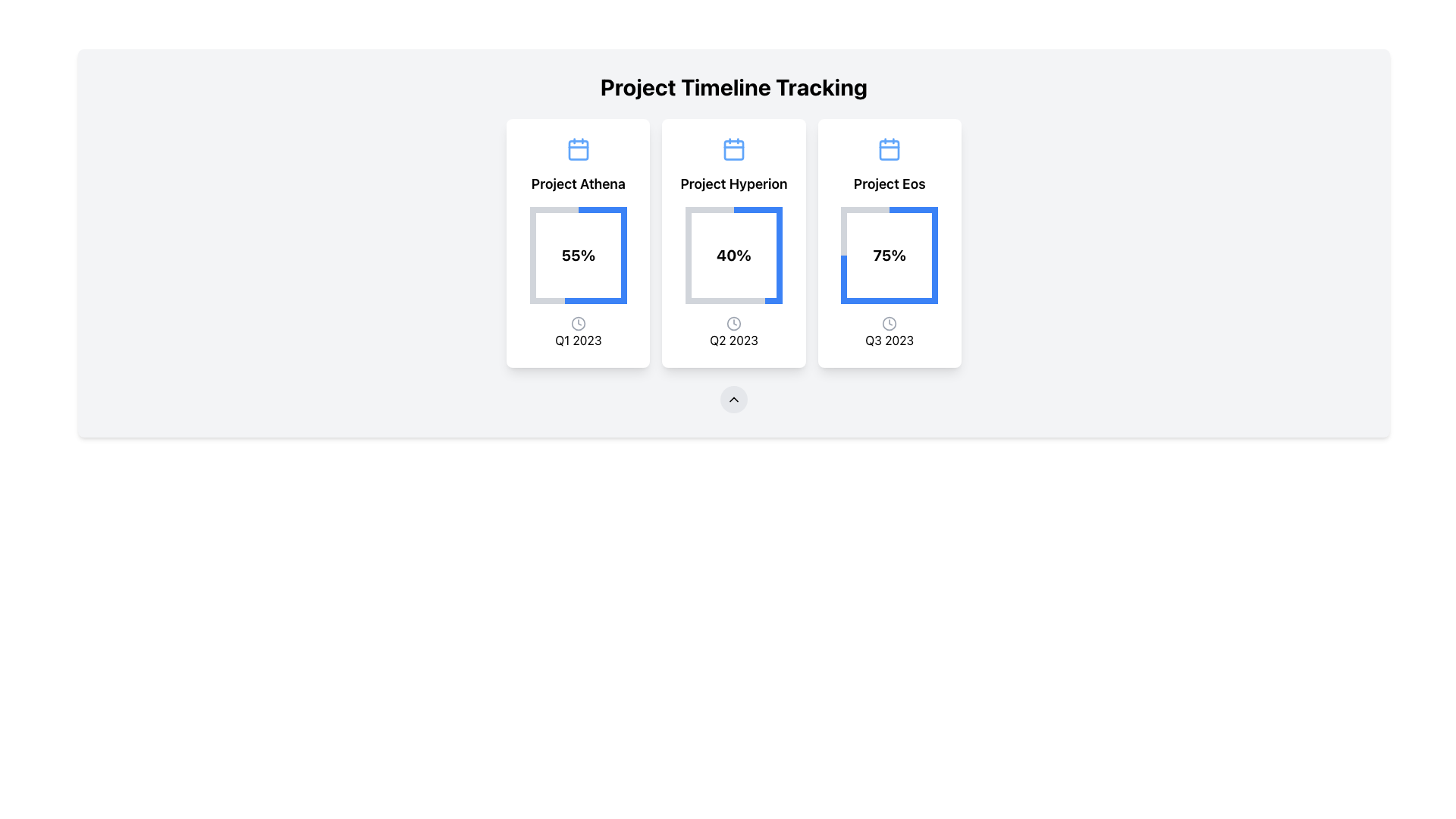 This screenshot has height=819, width=1456. What do you see at coordinates (734, 399) in the screenshot?
I see `the scroll up button located below the project blocks 'Project Athena', 'Project Hyperion', and 'Project Eos'` at bounding box center [734, 399].